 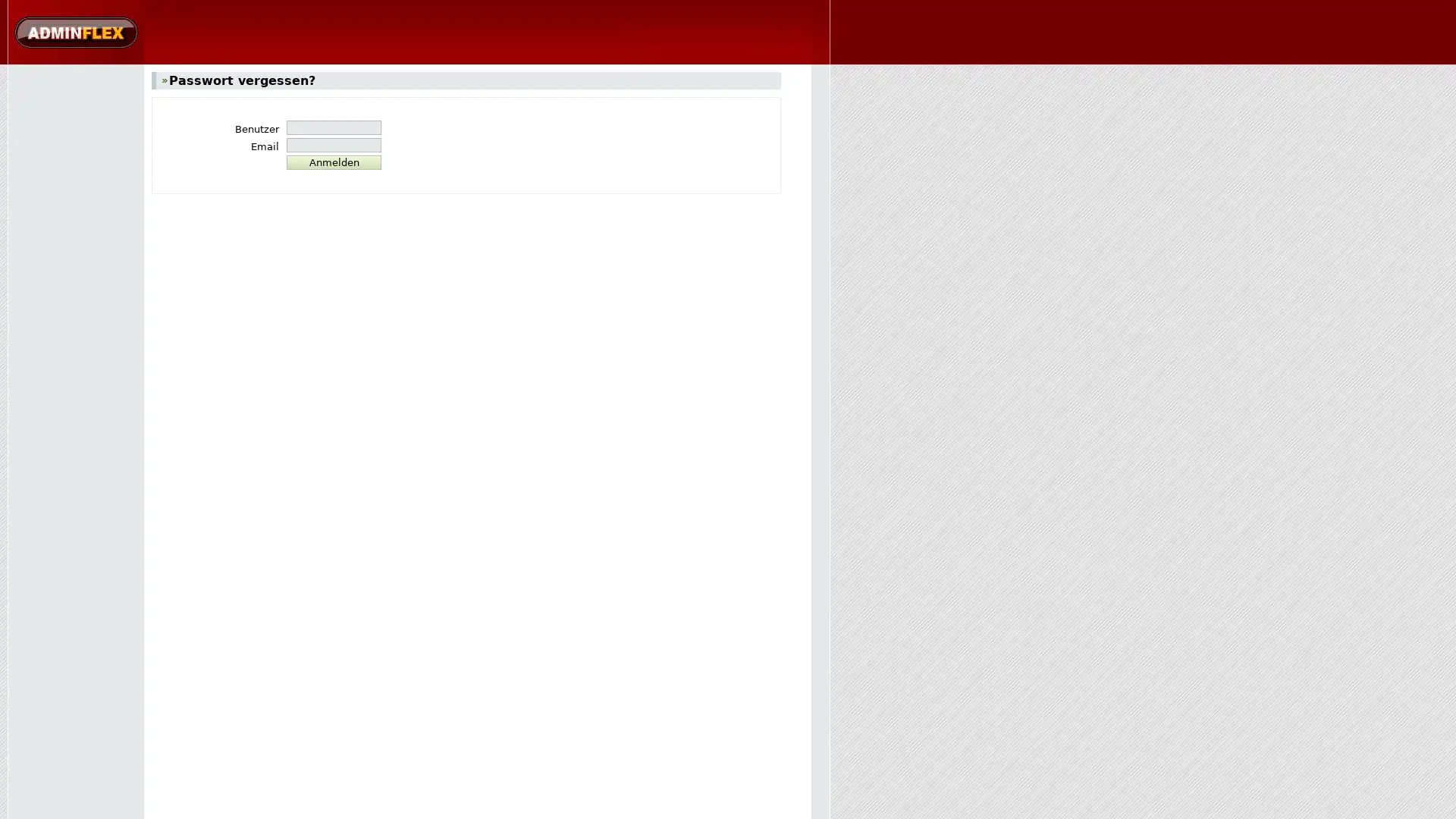 I want to click on Anmelden, so click(x=333, y=162).